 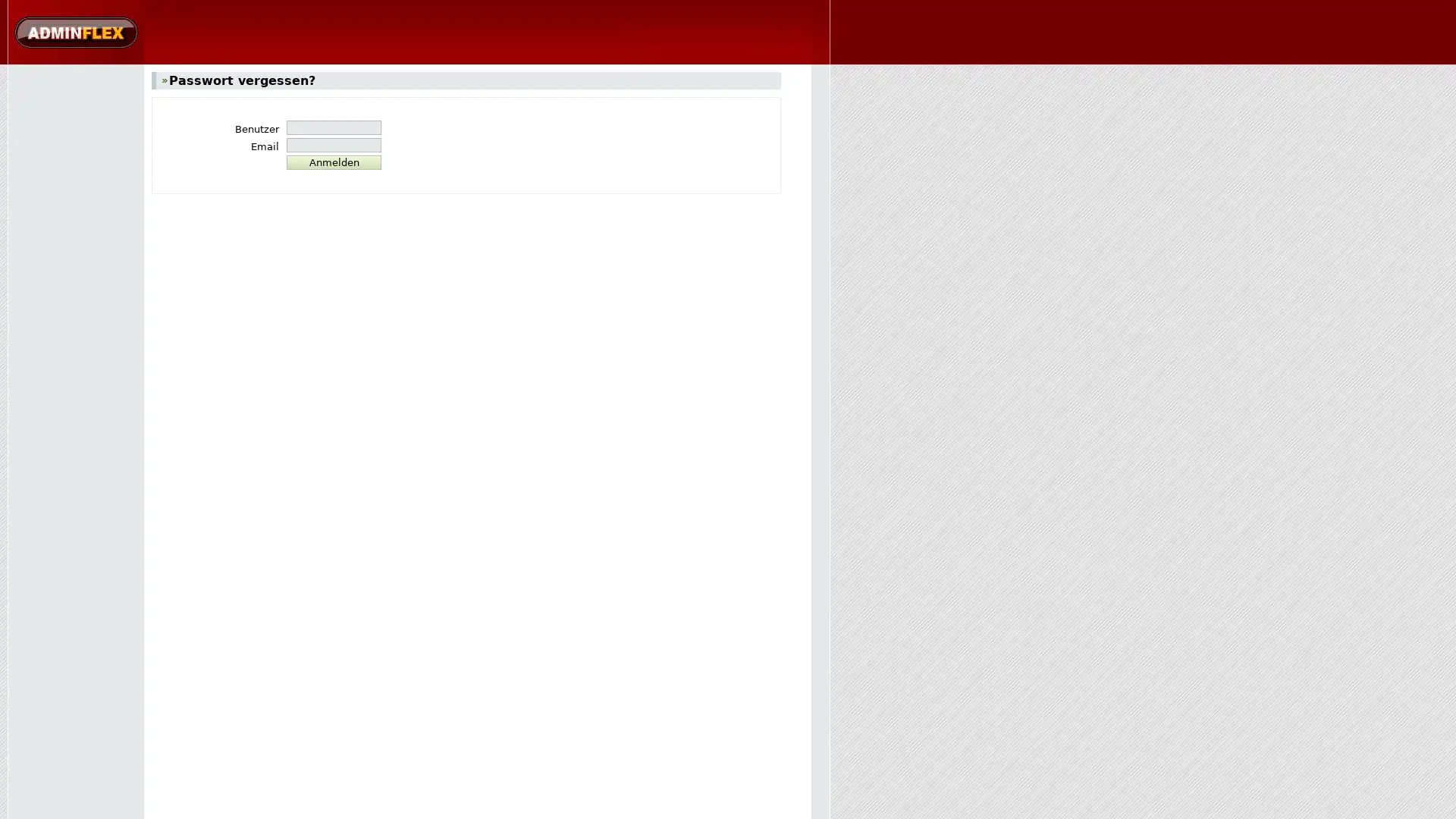 I want to click on Anmelden, so click(x=333, y=162).